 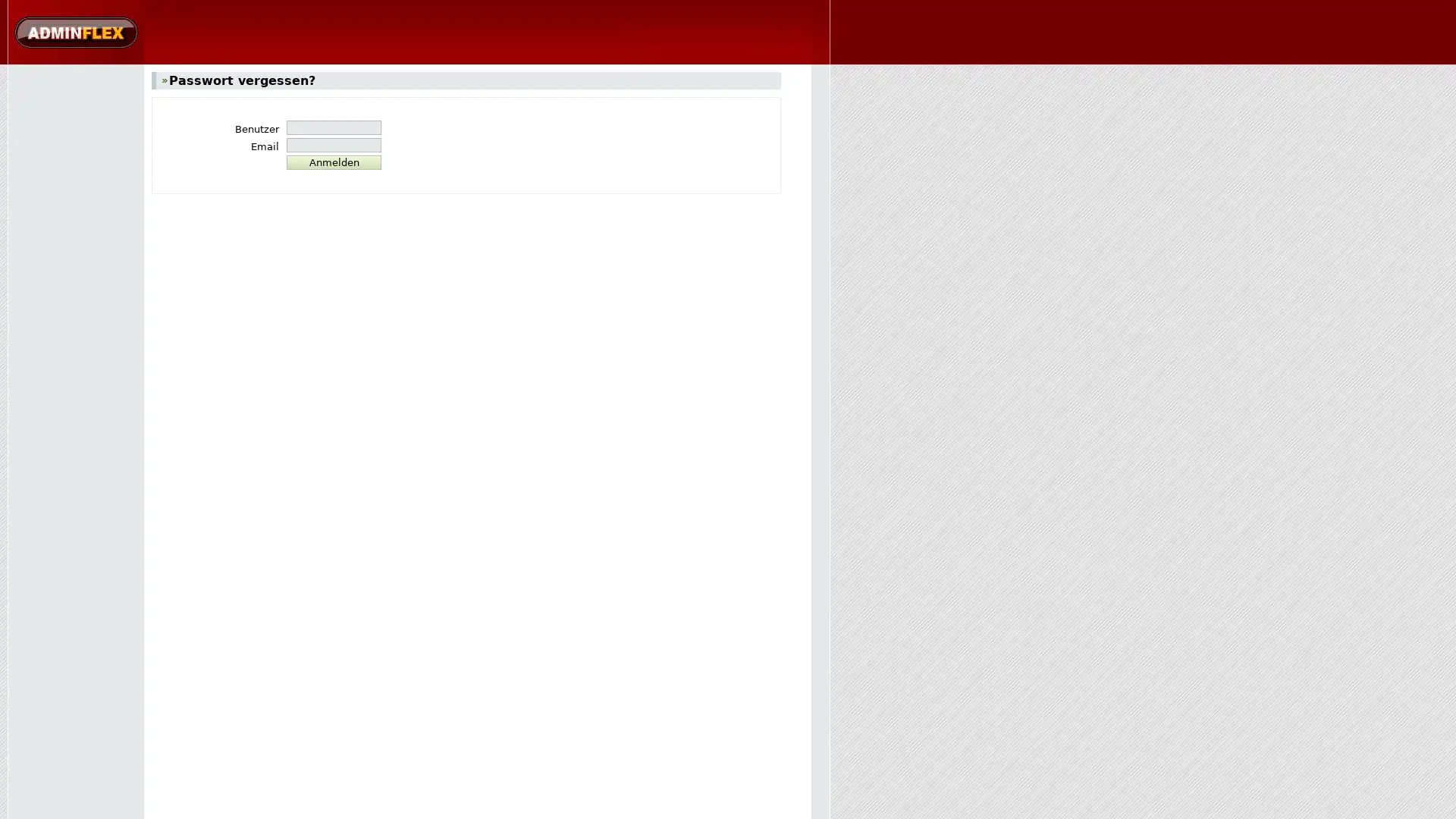 I want to click on Anmelden, so click(x=333, y=162).